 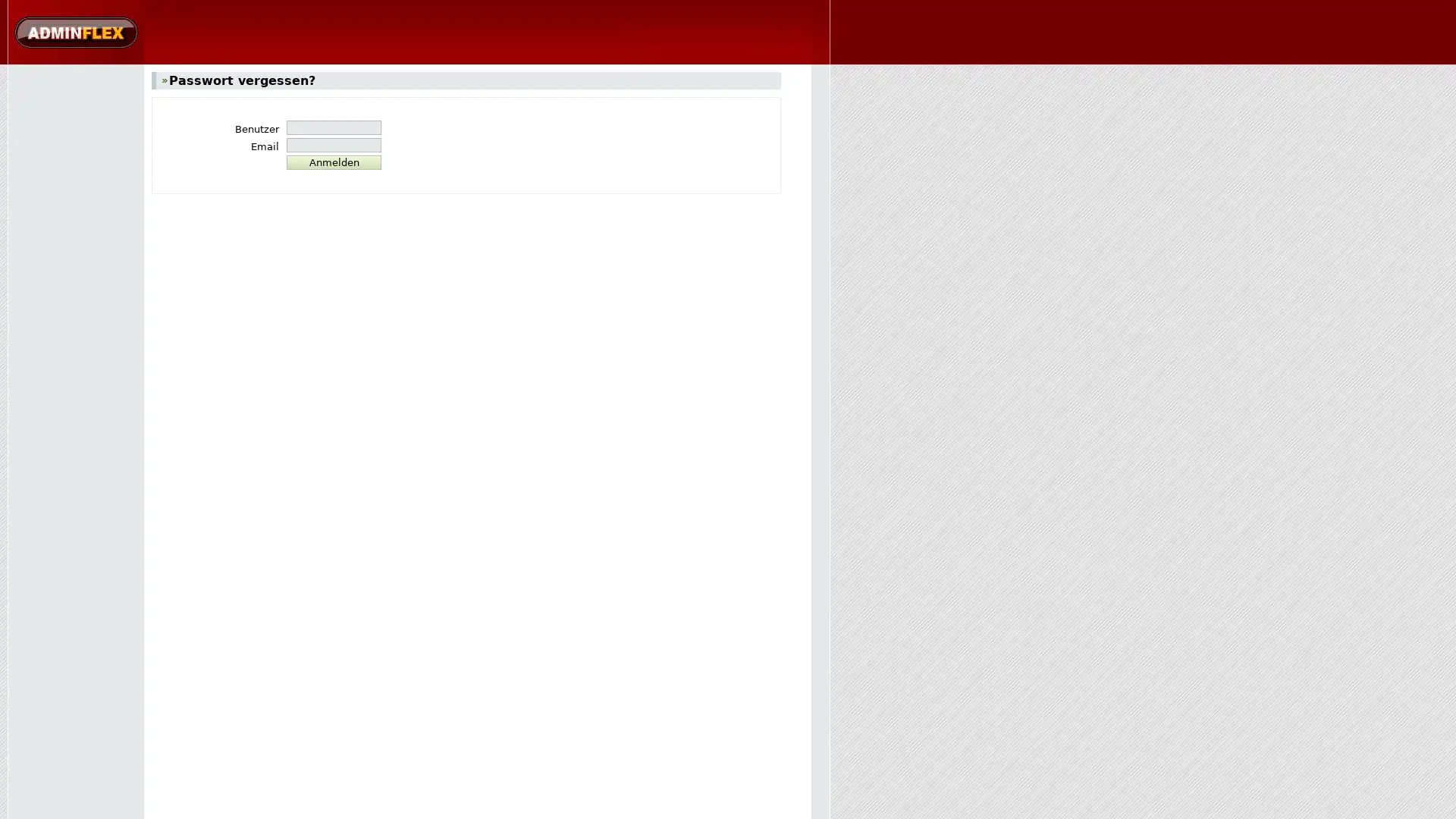 I want to click on Anmelden, so click(x=333, y=162).